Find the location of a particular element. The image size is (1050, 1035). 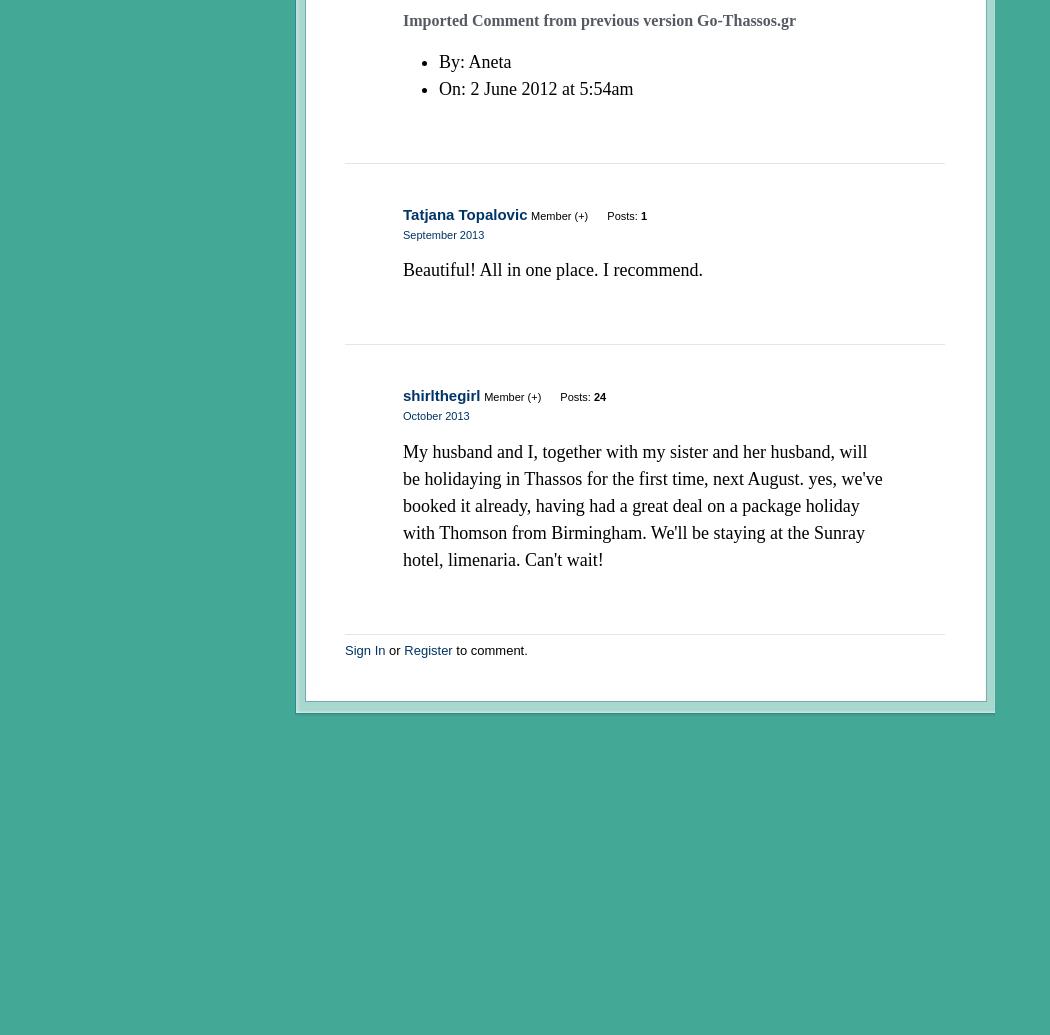

': 2 June 2012 at 5:54am' is located at coordinates (460, 87).